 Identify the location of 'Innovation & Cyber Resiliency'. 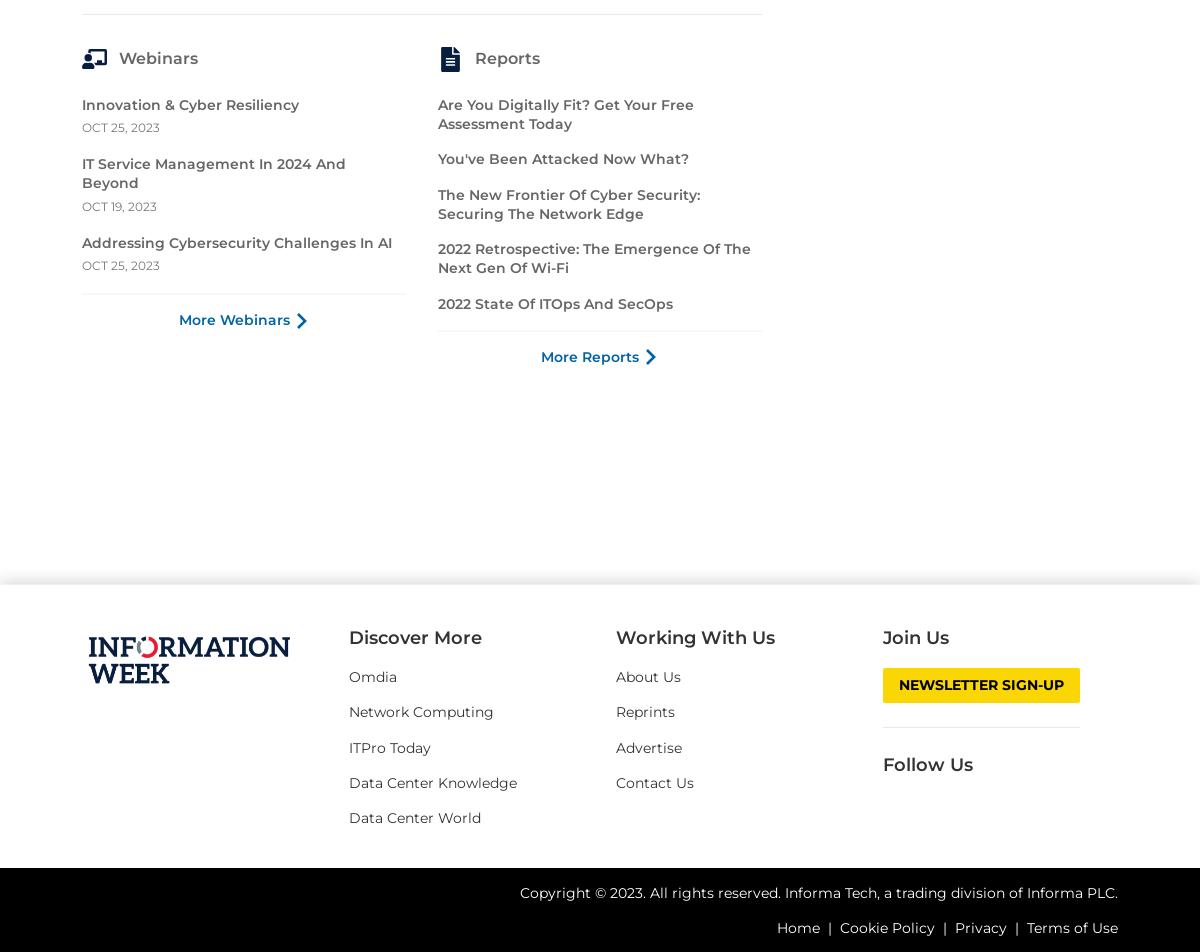
(81, 468).